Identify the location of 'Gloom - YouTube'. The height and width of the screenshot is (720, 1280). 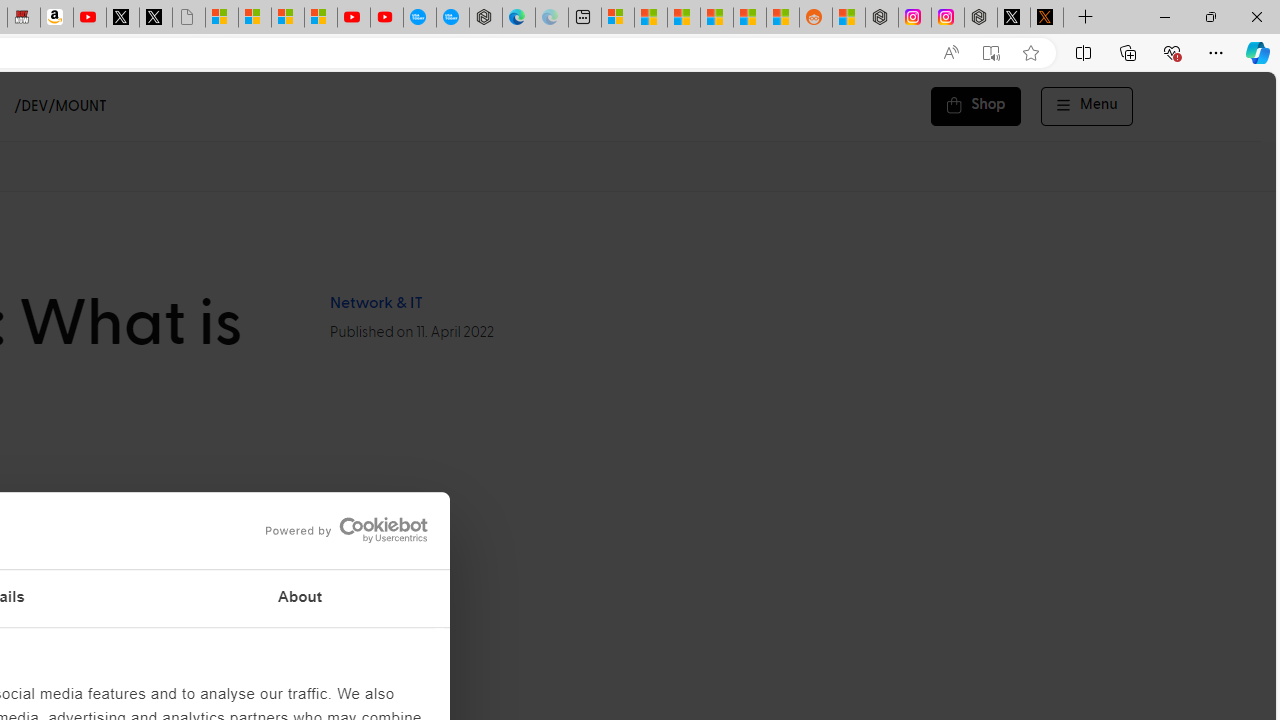
(353, 17).